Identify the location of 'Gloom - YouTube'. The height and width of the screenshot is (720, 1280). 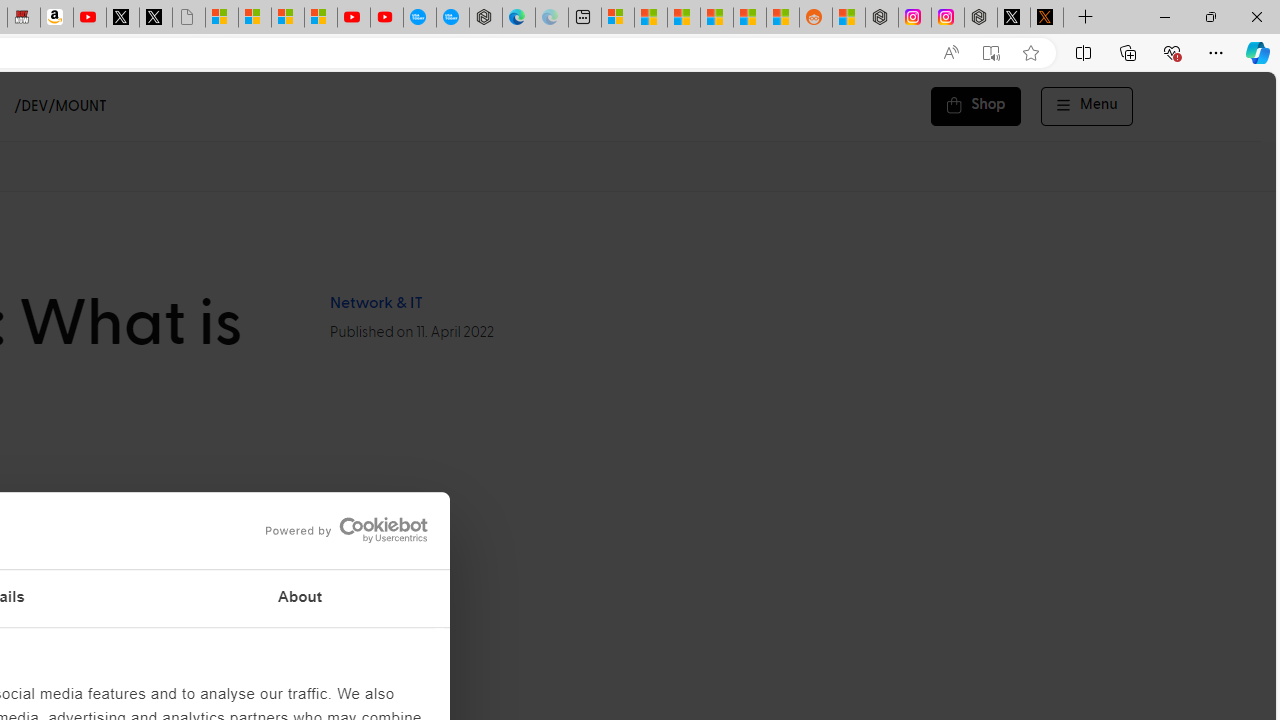
(353, 17).